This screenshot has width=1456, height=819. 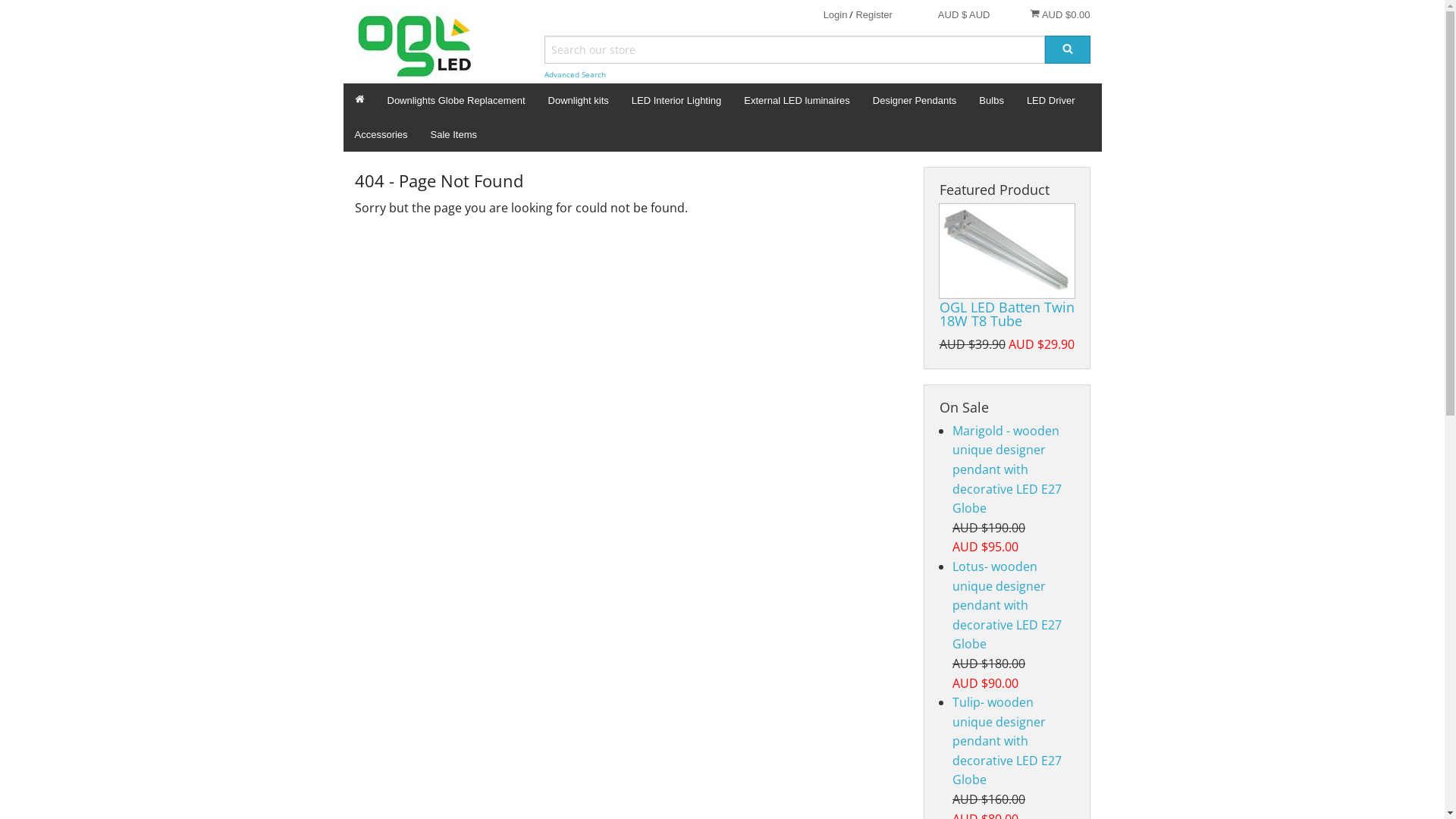 I want to click on 'OGL LED Batten Twin 18W T8 Tube', so click(x=938, y=312).